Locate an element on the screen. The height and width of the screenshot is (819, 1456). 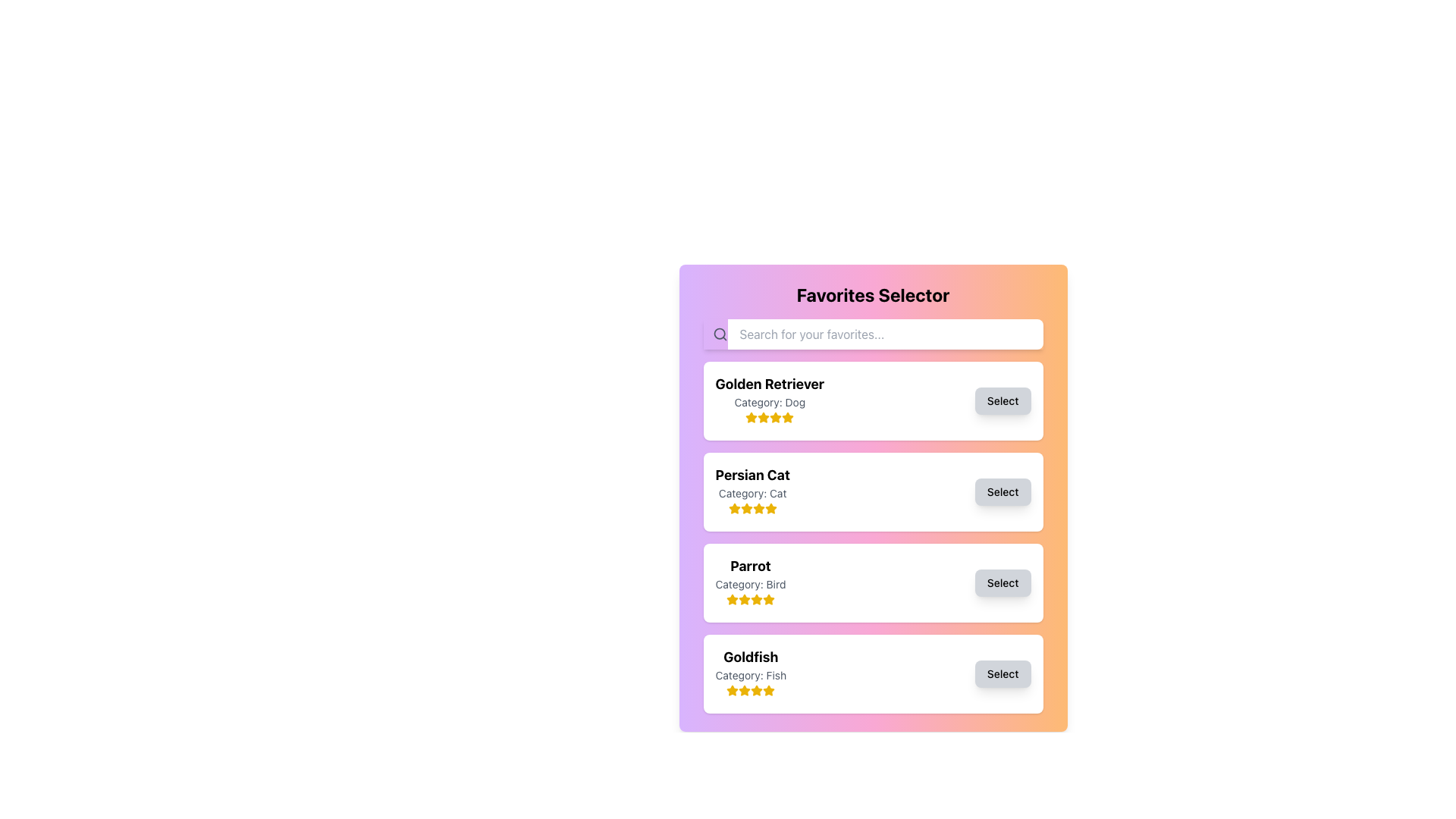
the third star icon in the rating system for the 'Golden Retriever' option, which is centrally positioned among the five stars is located at coordinates (776, 417).